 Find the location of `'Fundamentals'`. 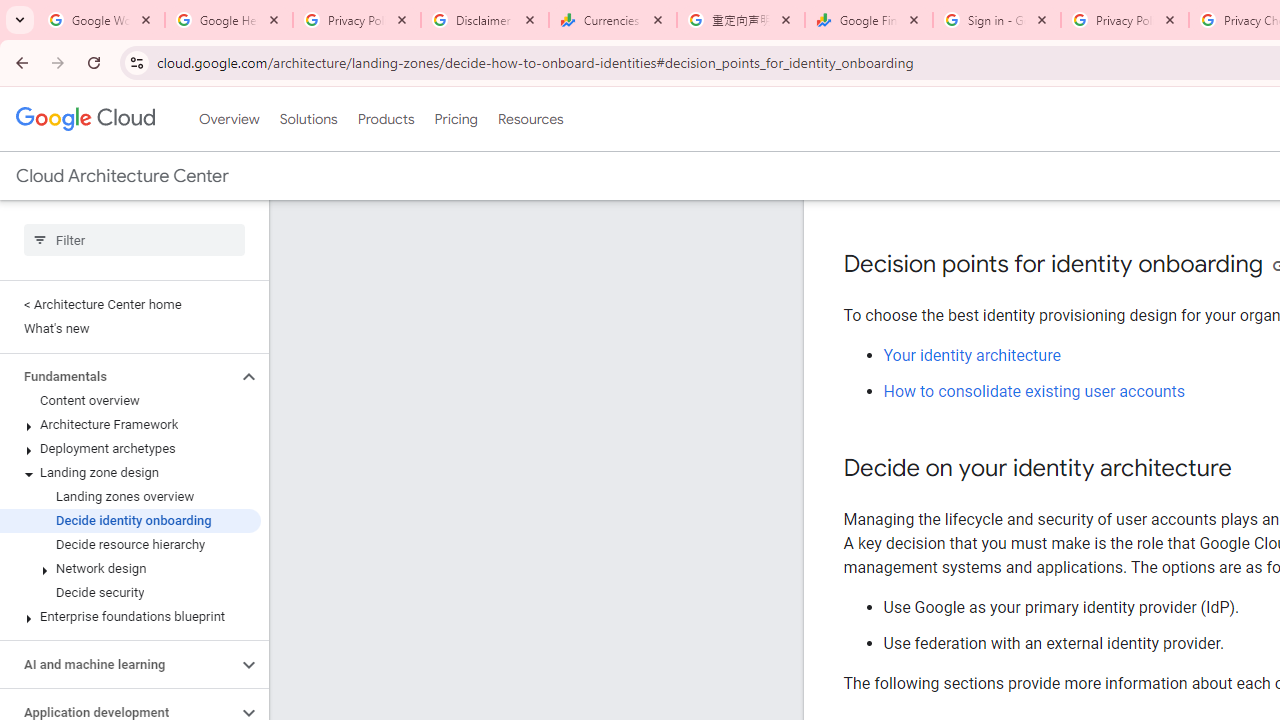

'Fundamentals' is located at coordinates (117, 376).